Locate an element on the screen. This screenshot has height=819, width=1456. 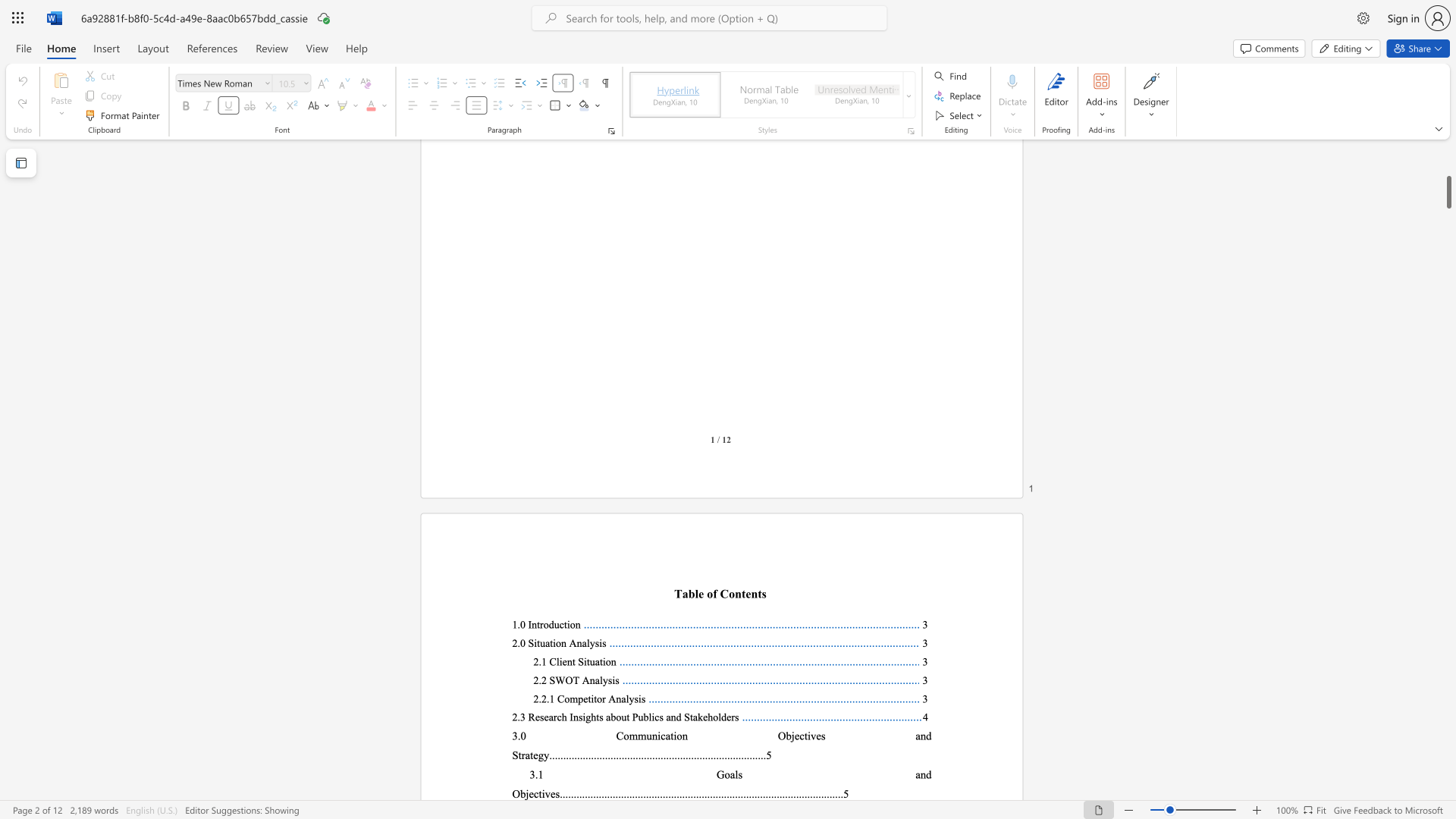
the 54th character "." in the text is located at coordinates (708, 792).